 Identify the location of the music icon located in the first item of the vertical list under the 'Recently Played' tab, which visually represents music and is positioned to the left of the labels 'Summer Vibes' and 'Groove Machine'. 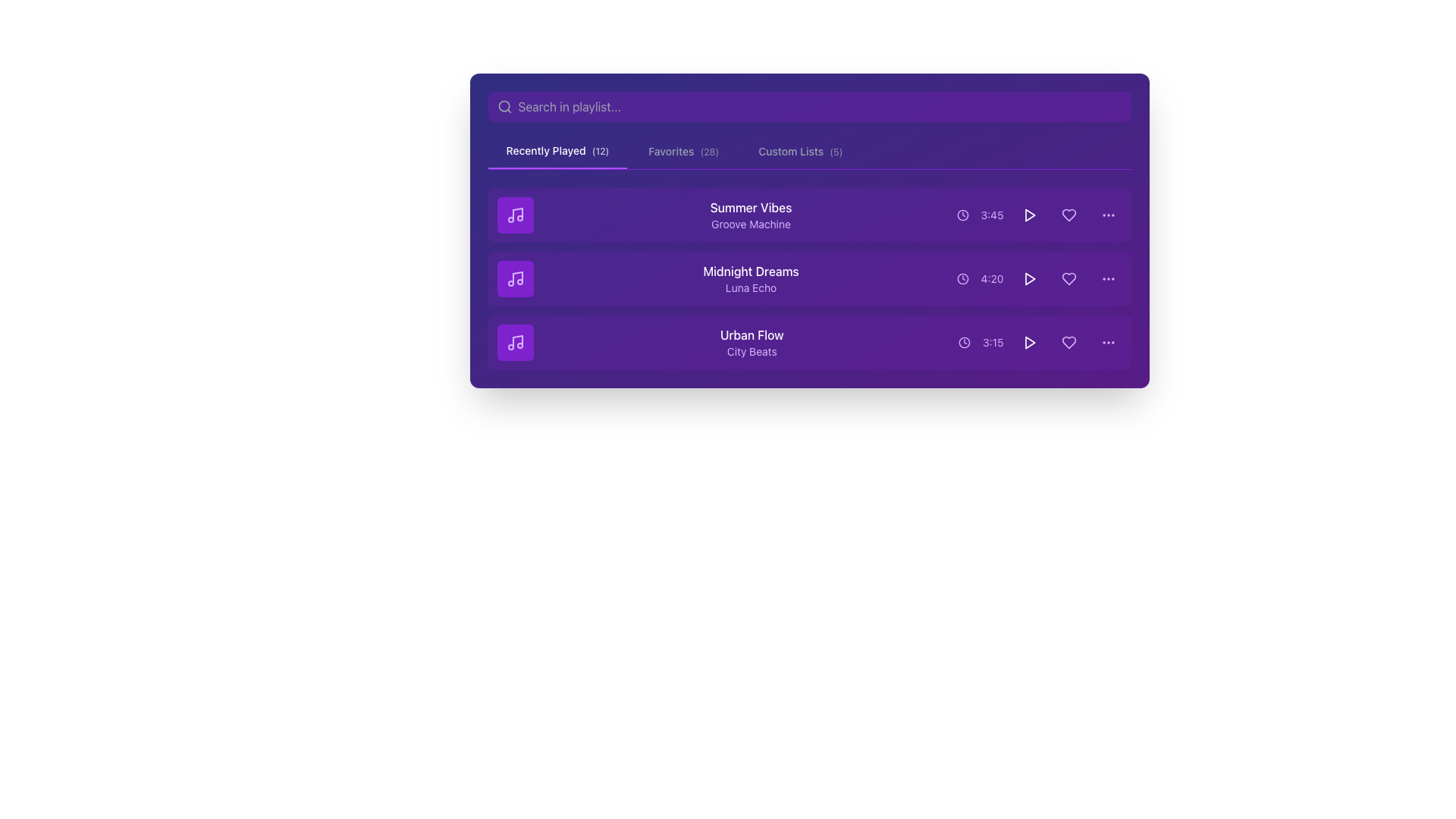
(517, 214).